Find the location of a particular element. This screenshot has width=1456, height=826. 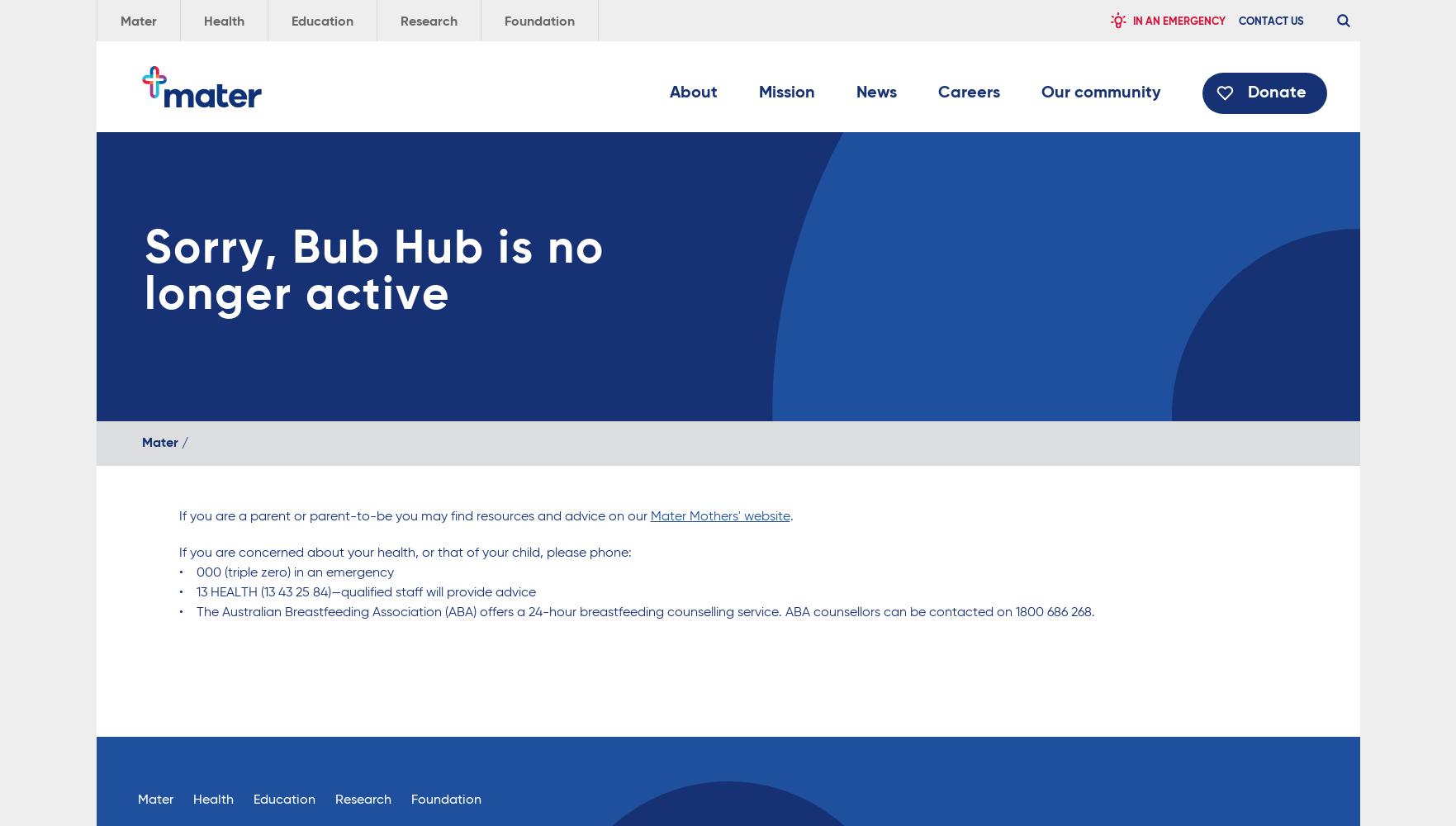

'If you are concerned about your health, or that of your child, please phone:' is located at coordinates (404, 553).